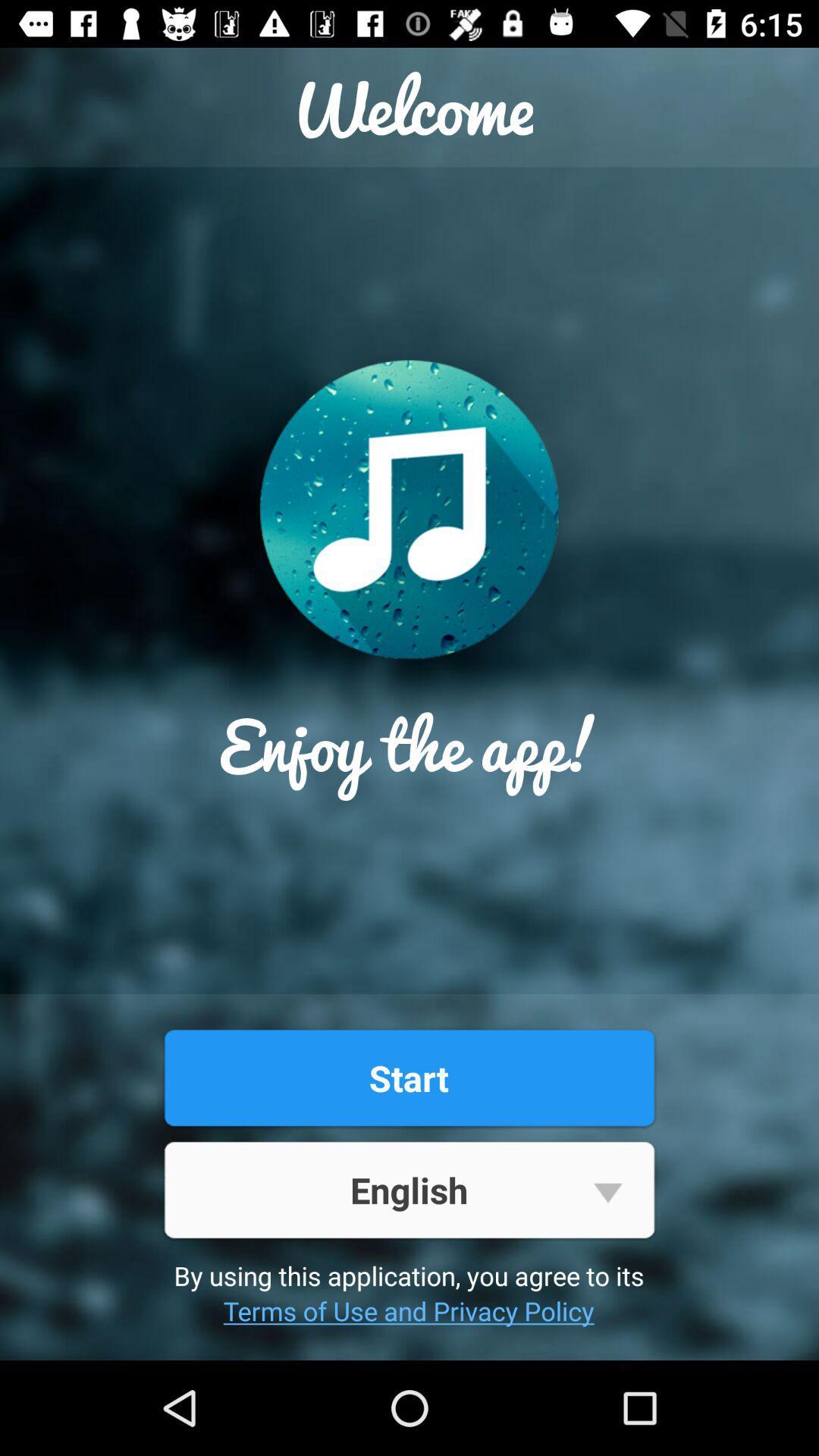 This screenshot has height=1456, width=819. I want to click on the english, so click(408, 1189).